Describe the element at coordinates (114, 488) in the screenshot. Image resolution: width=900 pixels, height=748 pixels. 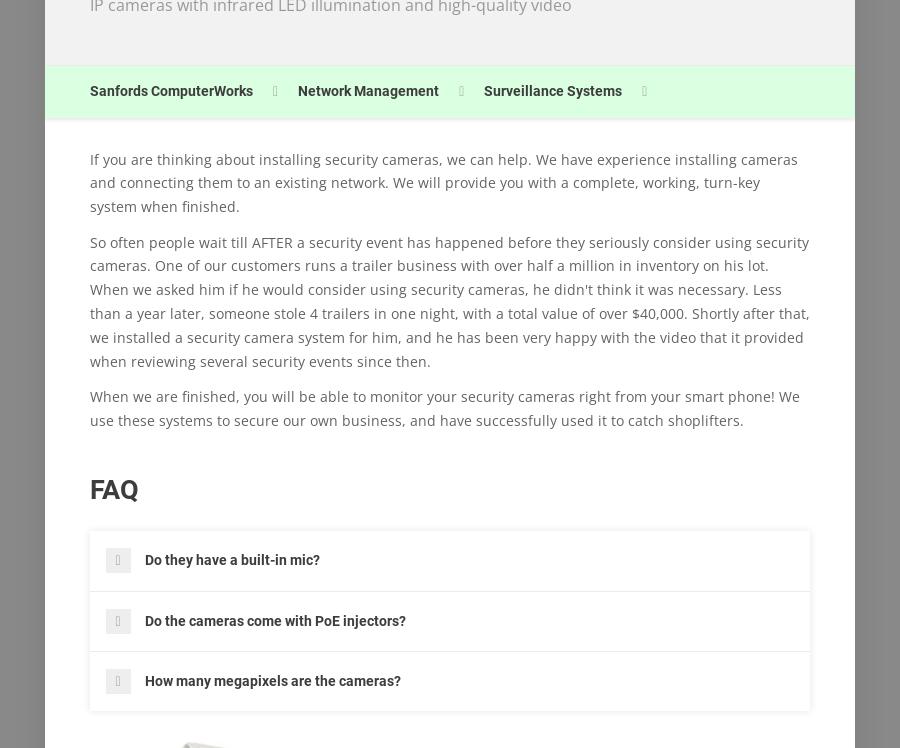
I see `'FAQ'` at that location.